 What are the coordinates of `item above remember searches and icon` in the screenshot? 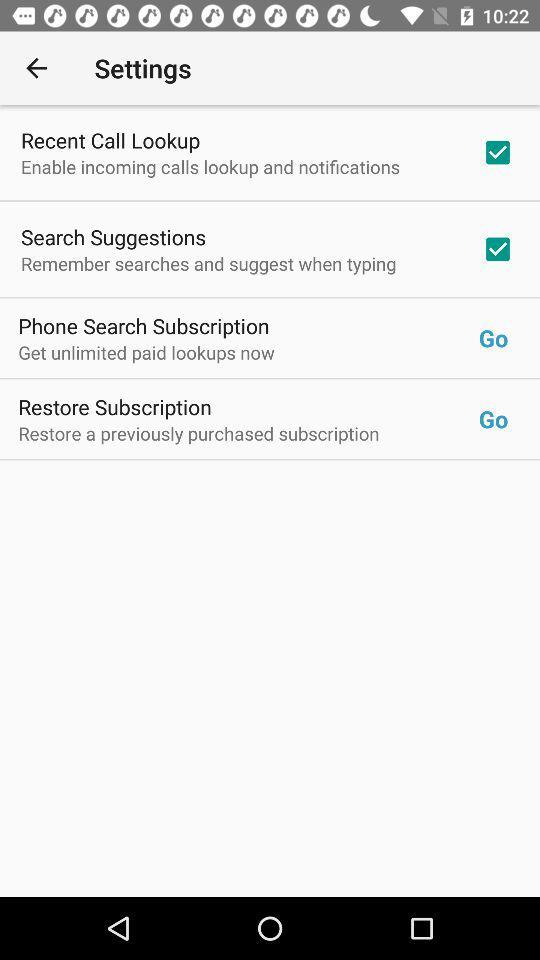 It's located at (113, 237).